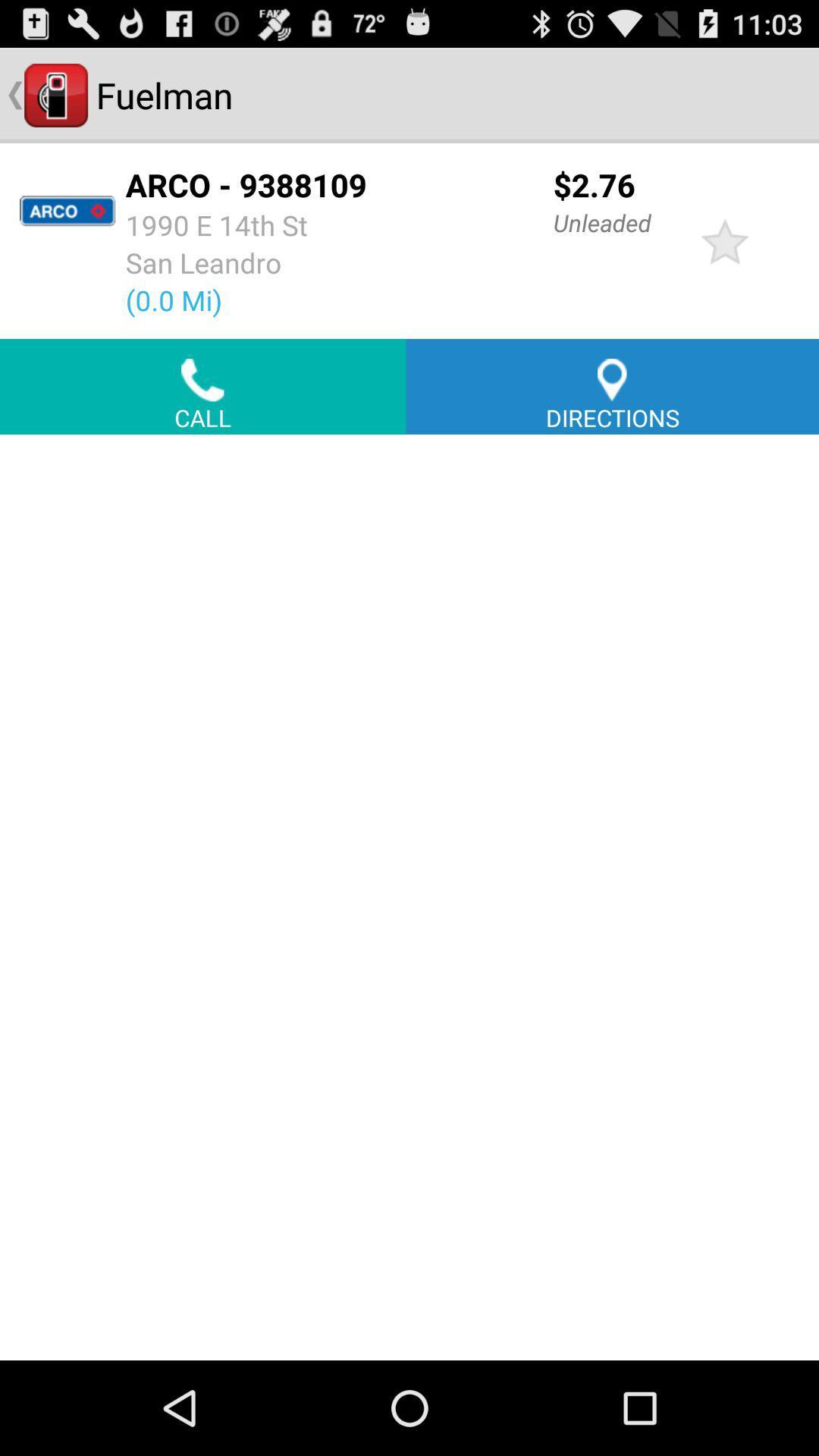  Describe the element at coordinates (202, 386) in the screenshot. I see `app below the (0.0 mi)` at that location.